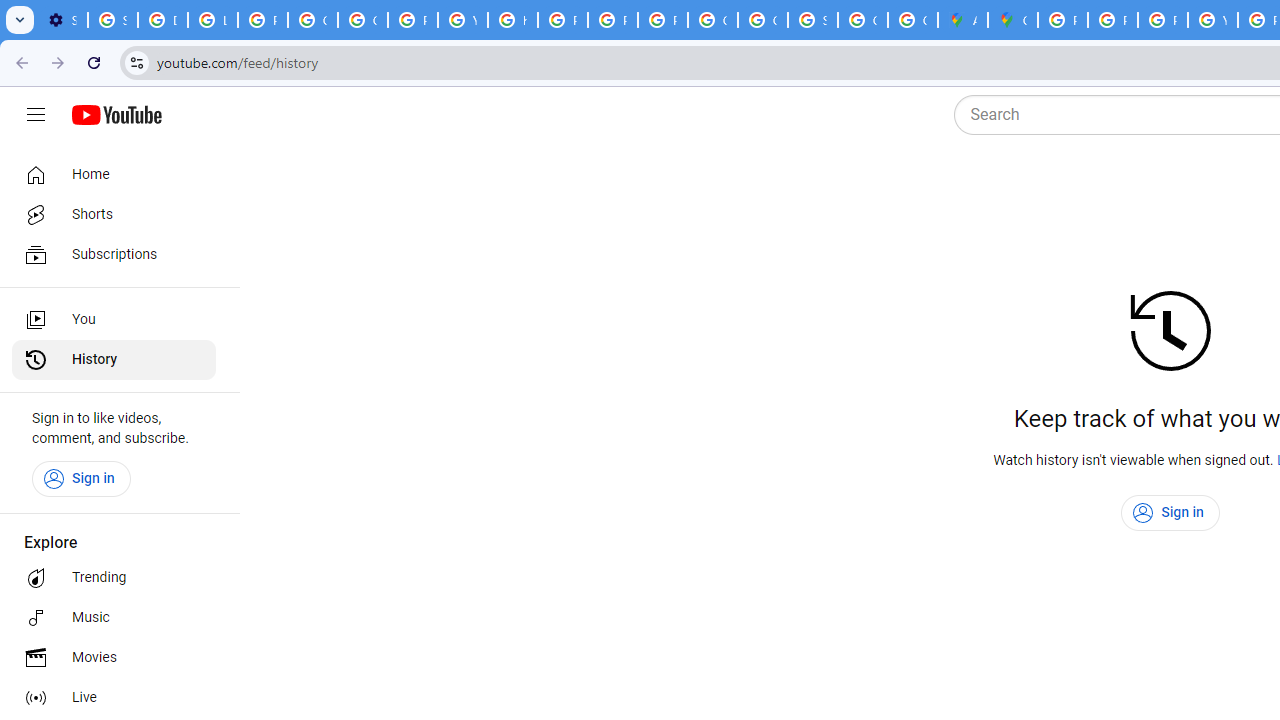 Image resolution: width=1280 pixels, height=720 pixels. What do you see at coordinates (115, 115) in the screenshot?
I see `'YouTube Home'` at bounding box center [115, 115].